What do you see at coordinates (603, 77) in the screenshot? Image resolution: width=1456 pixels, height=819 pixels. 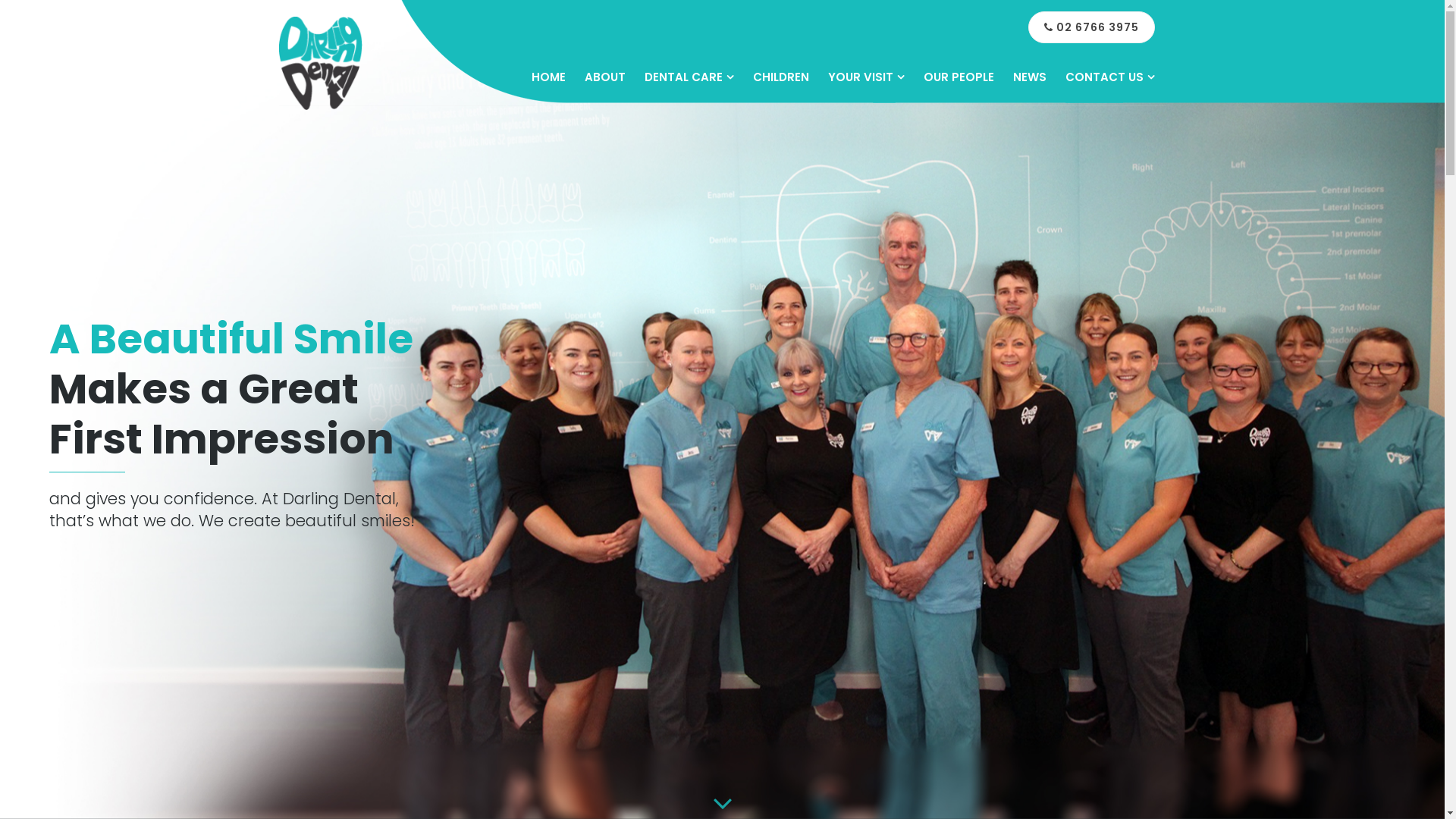 I see `'ABOUT'` at bounding box center [603, 77].